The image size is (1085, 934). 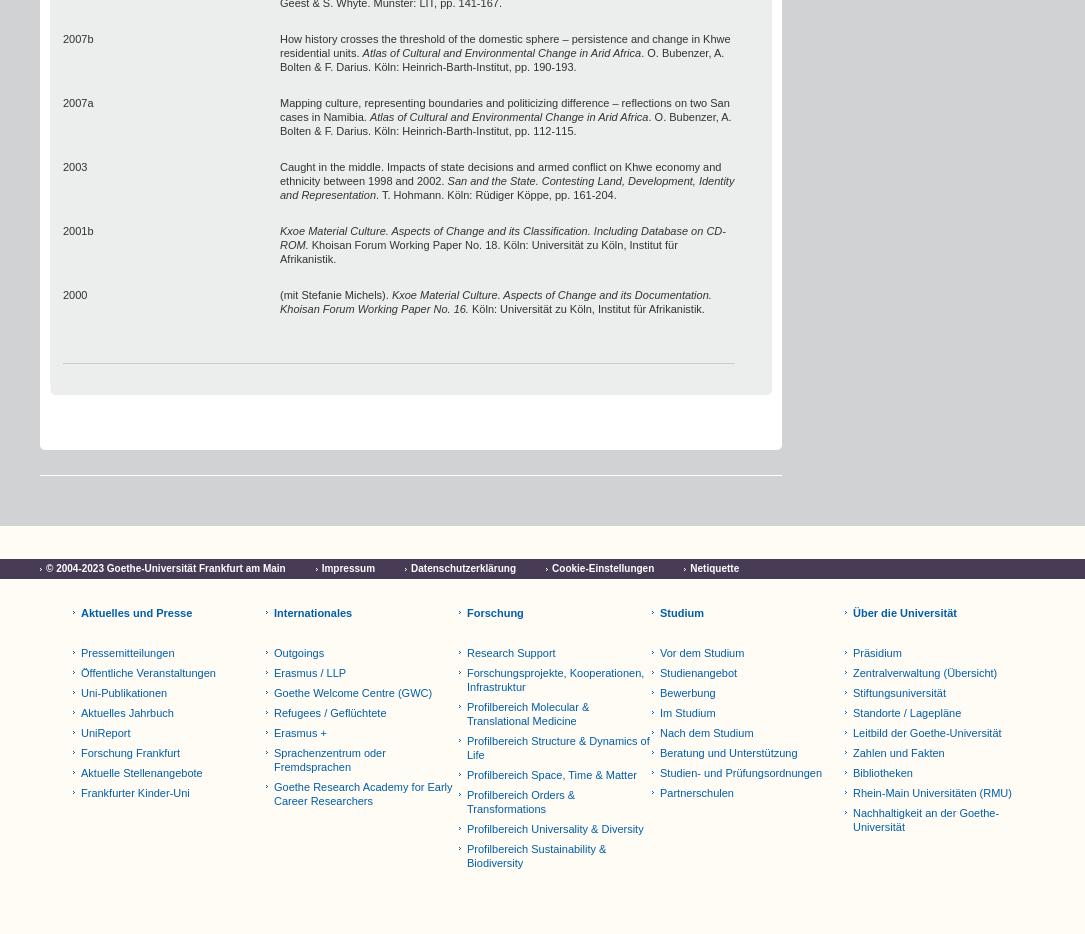 I want to click on 'Erasmus +', so click(x=299, y=733).